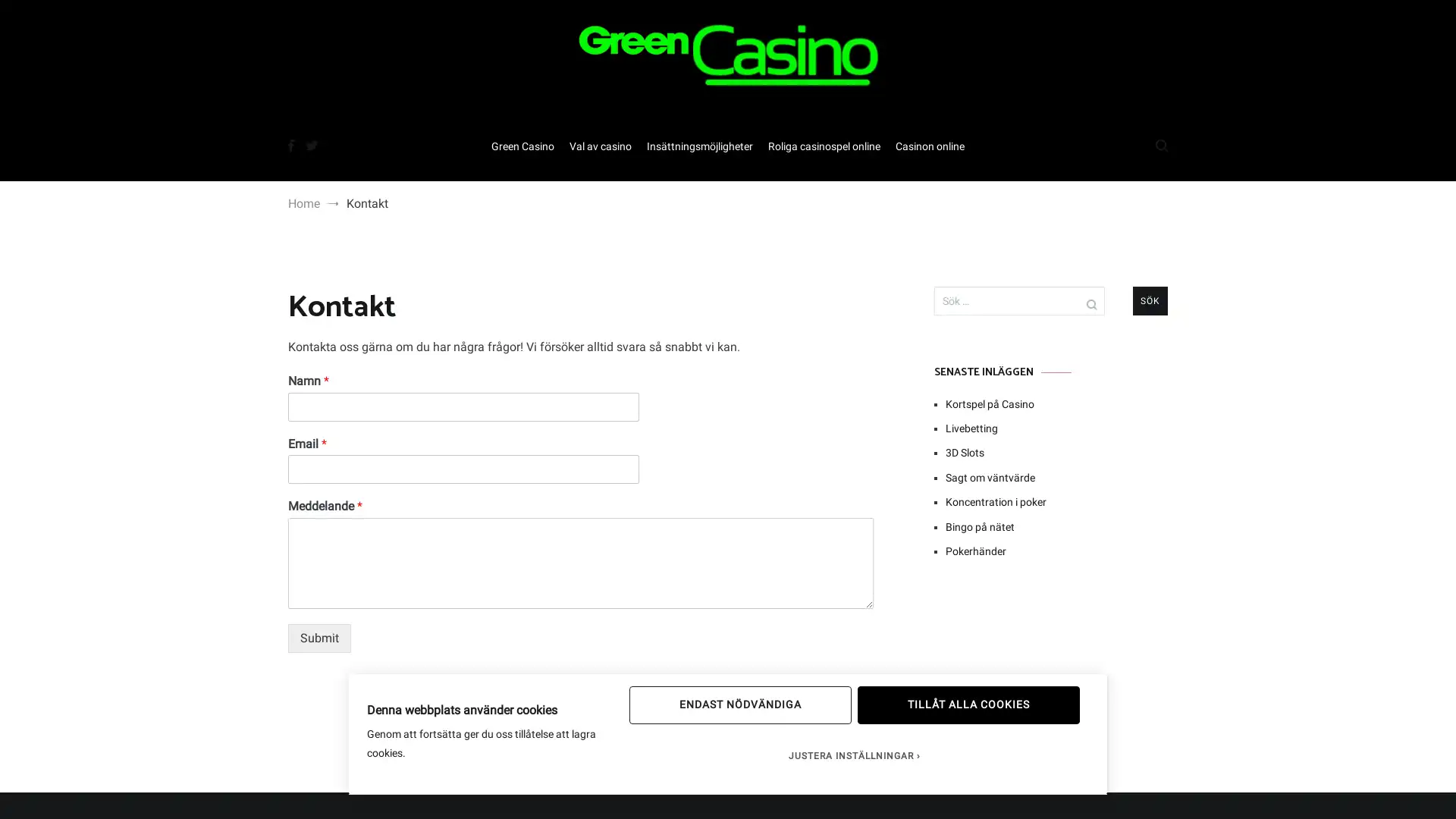 The image size is (1456, 819). Describe the element at coordinates (854, 755) in the screenshot. I see `JUSTERA INSTALLNINGAR` at that location.